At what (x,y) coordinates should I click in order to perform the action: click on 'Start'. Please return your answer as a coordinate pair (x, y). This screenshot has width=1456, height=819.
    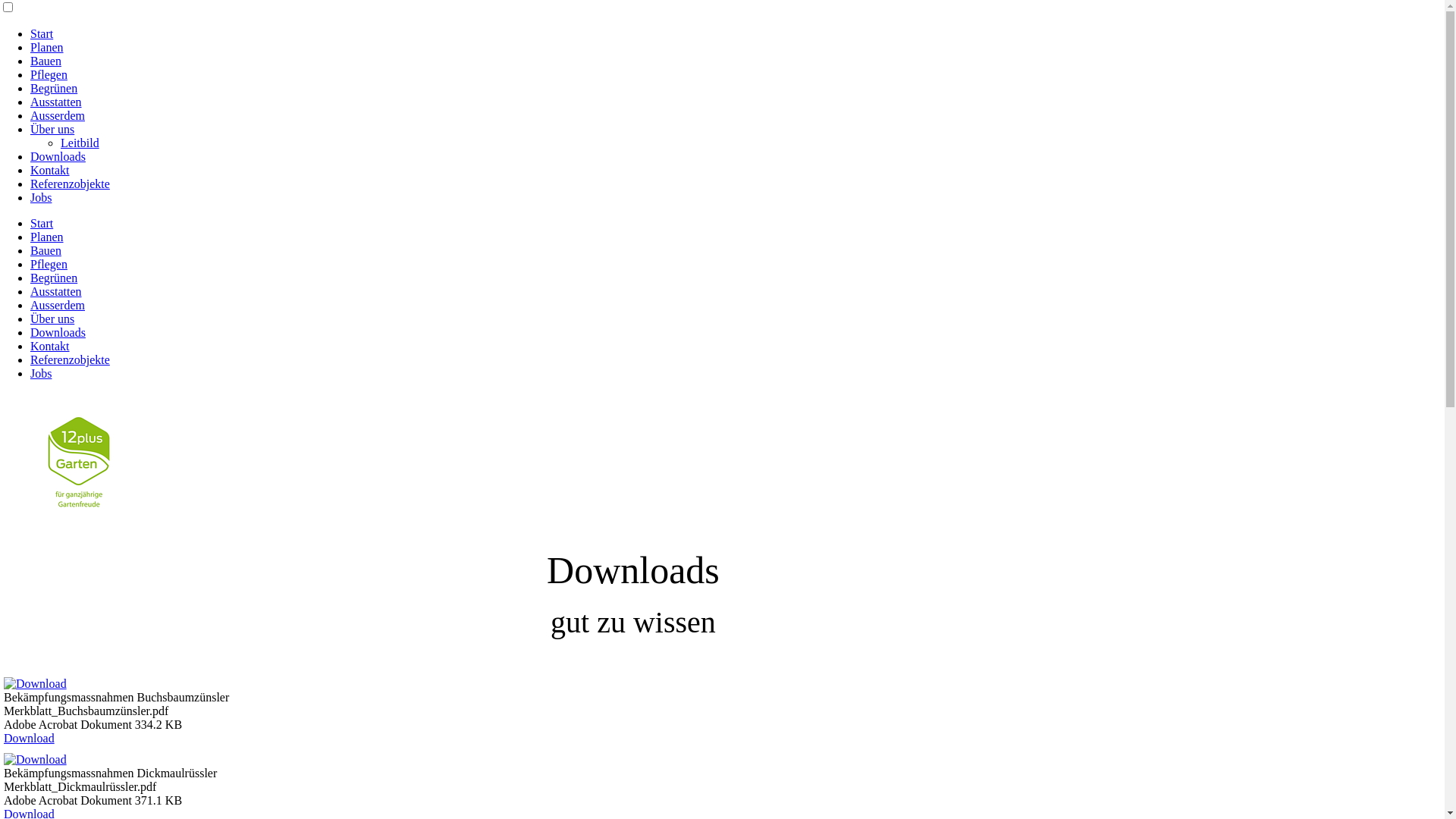
    Looking at the image, I should click on (41, 33).